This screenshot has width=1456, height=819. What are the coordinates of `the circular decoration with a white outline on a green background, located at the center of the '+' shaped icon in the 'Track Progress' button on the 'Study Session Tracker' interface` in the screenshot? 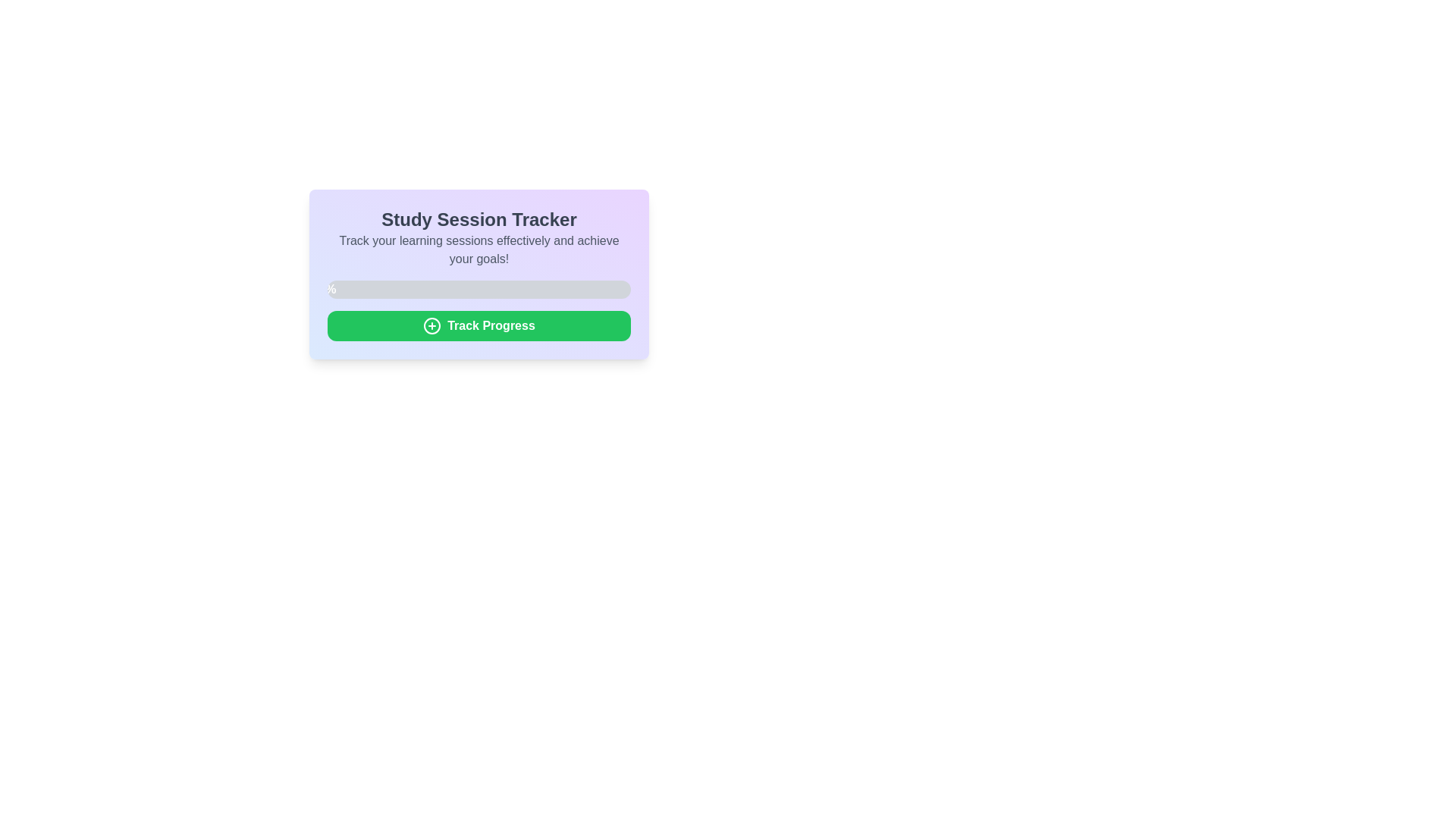 It's located at (431, 325).